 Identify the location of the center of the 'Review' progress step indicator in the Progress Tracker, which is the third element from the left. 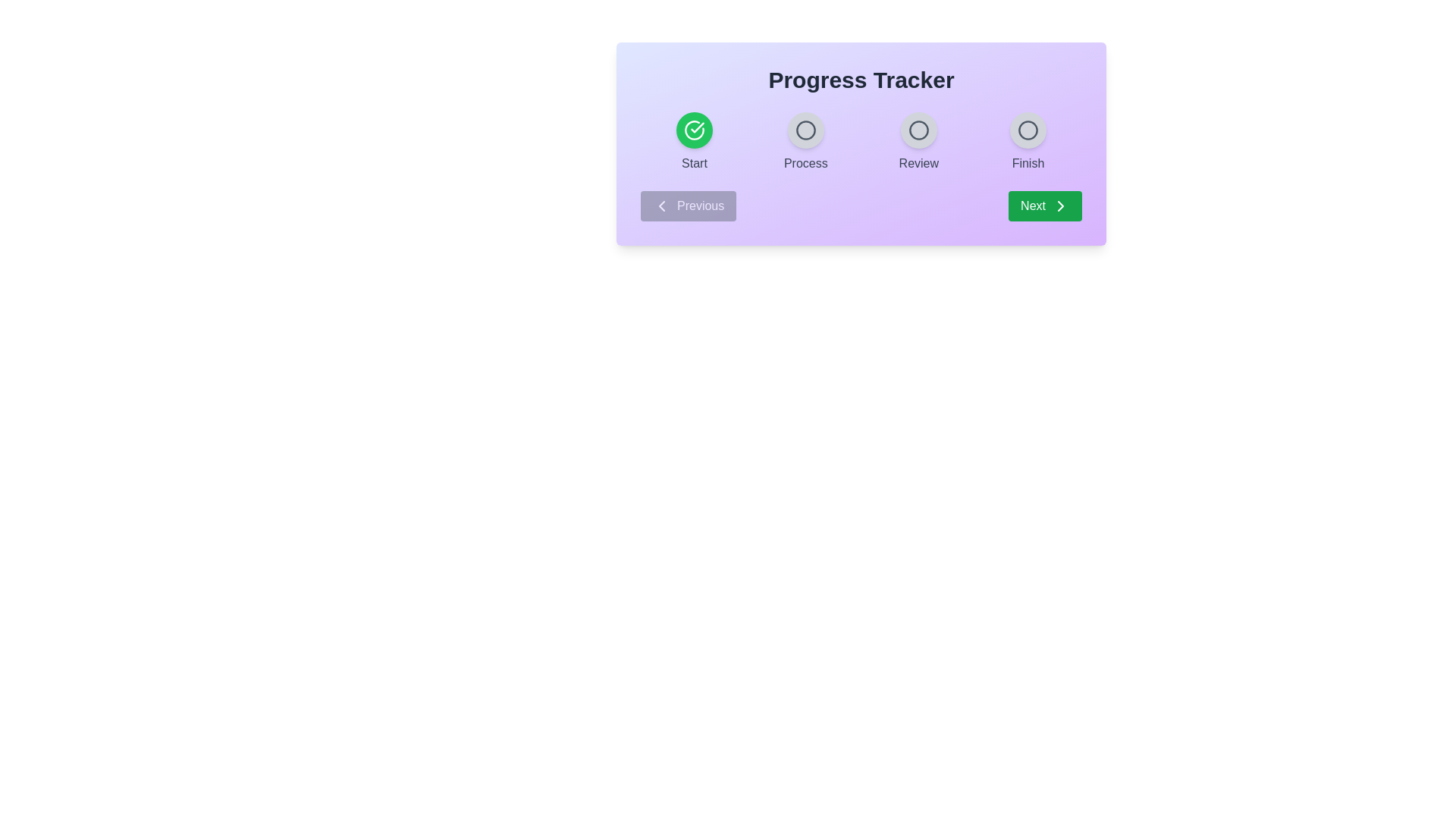
(918, 143).